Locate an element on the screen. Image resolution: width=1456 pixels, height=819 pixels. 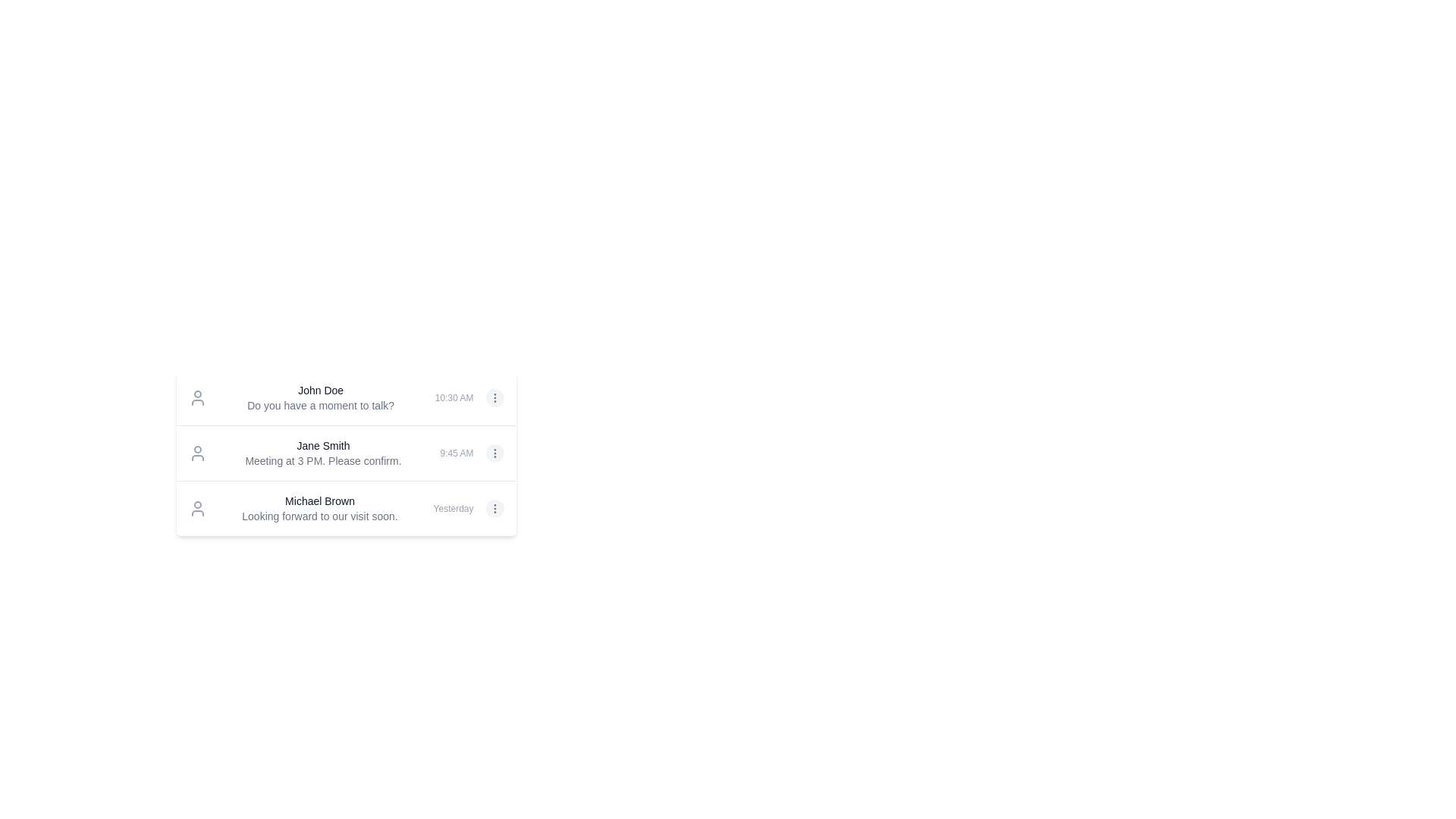
displayed text label located below the name 'John Doe' in the messaging interface, which serves as a preview of the message associated with him is located at coordinates (320, 405).